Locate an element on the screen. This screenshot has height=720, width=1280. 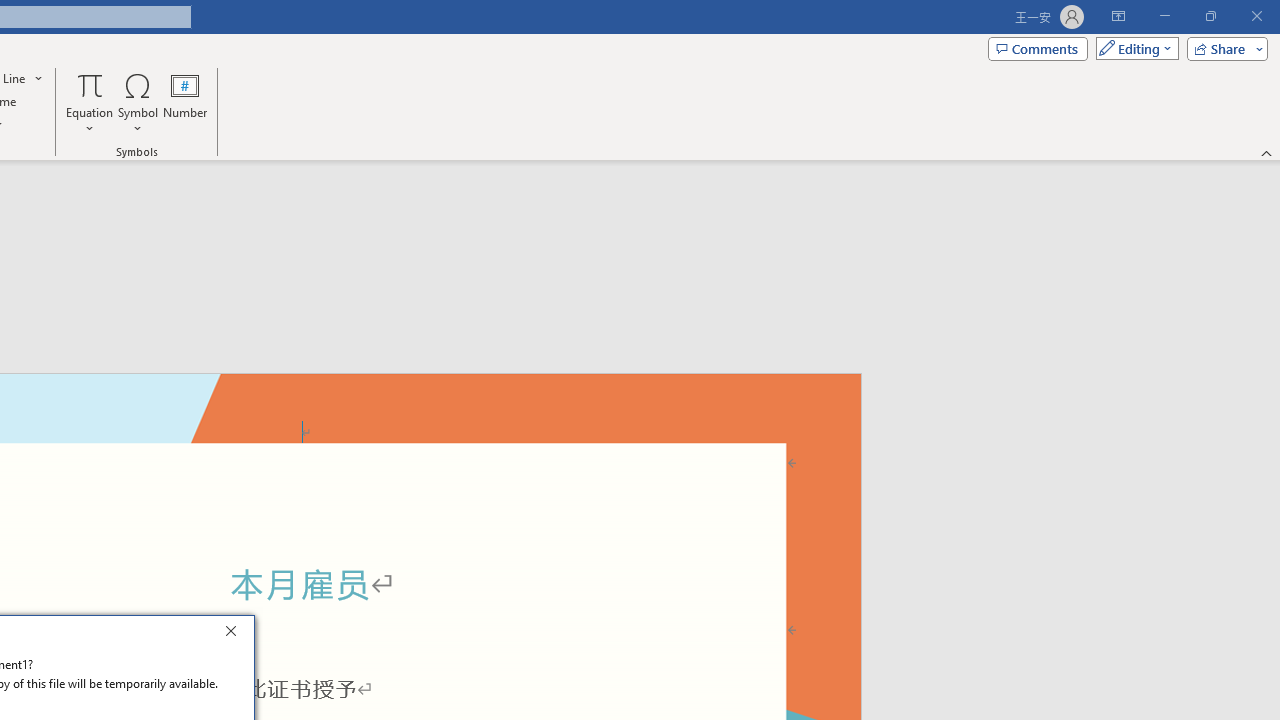
'More Options' is located at coordinates (89, 121).